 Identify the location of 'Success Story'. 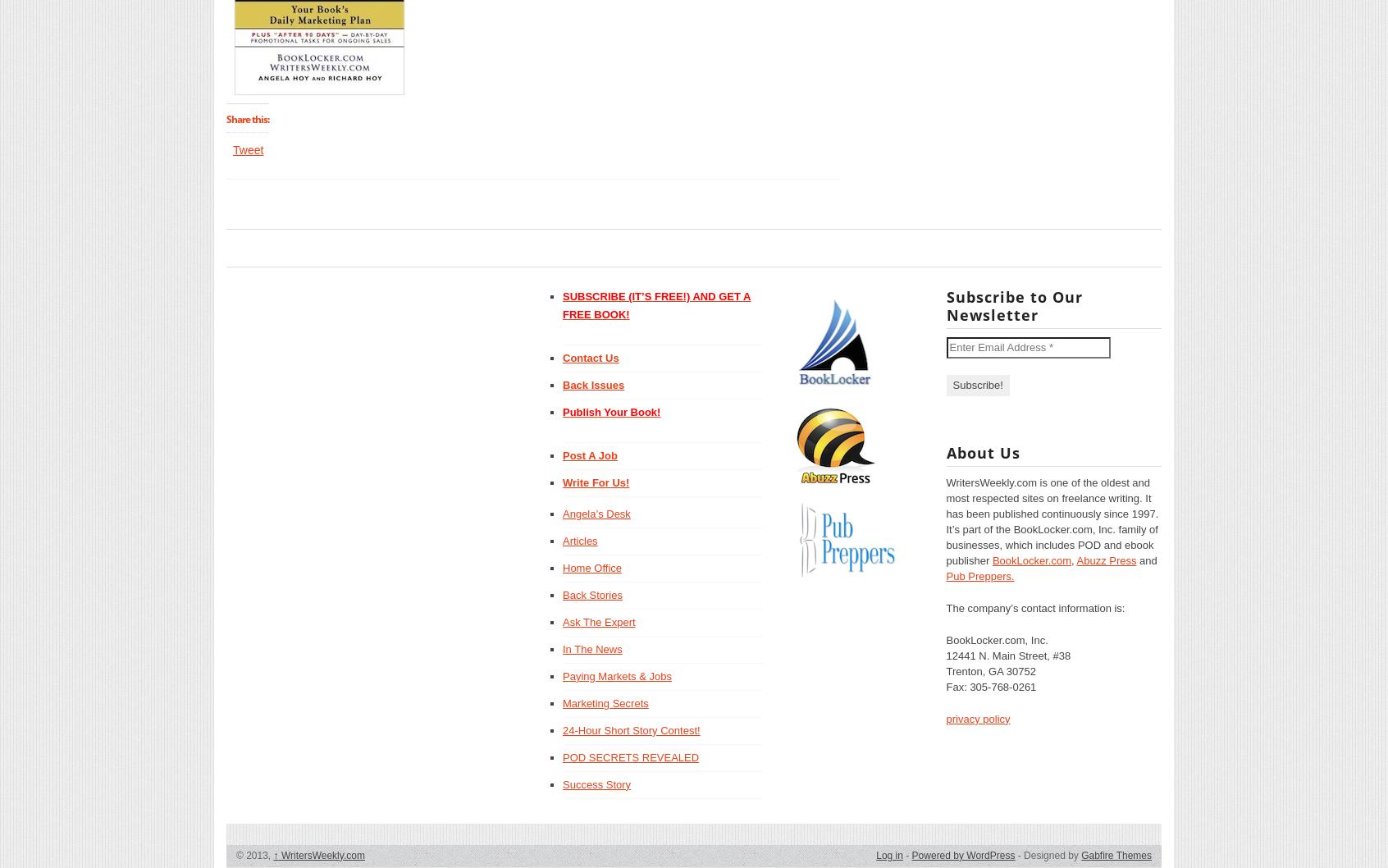
(562, 783).